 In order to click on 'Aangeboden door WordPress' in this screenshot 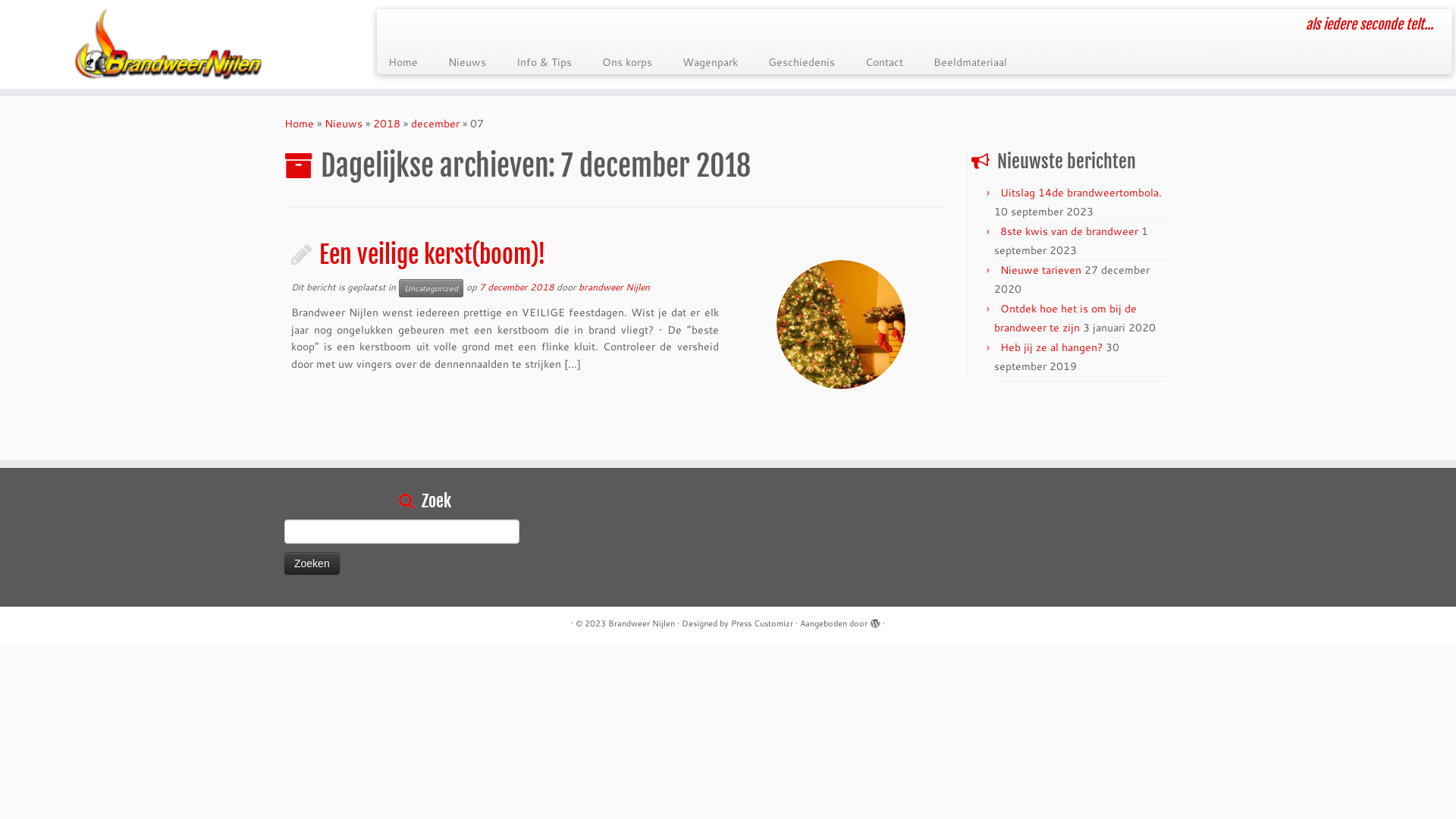, I will do `click(874, 620)`.